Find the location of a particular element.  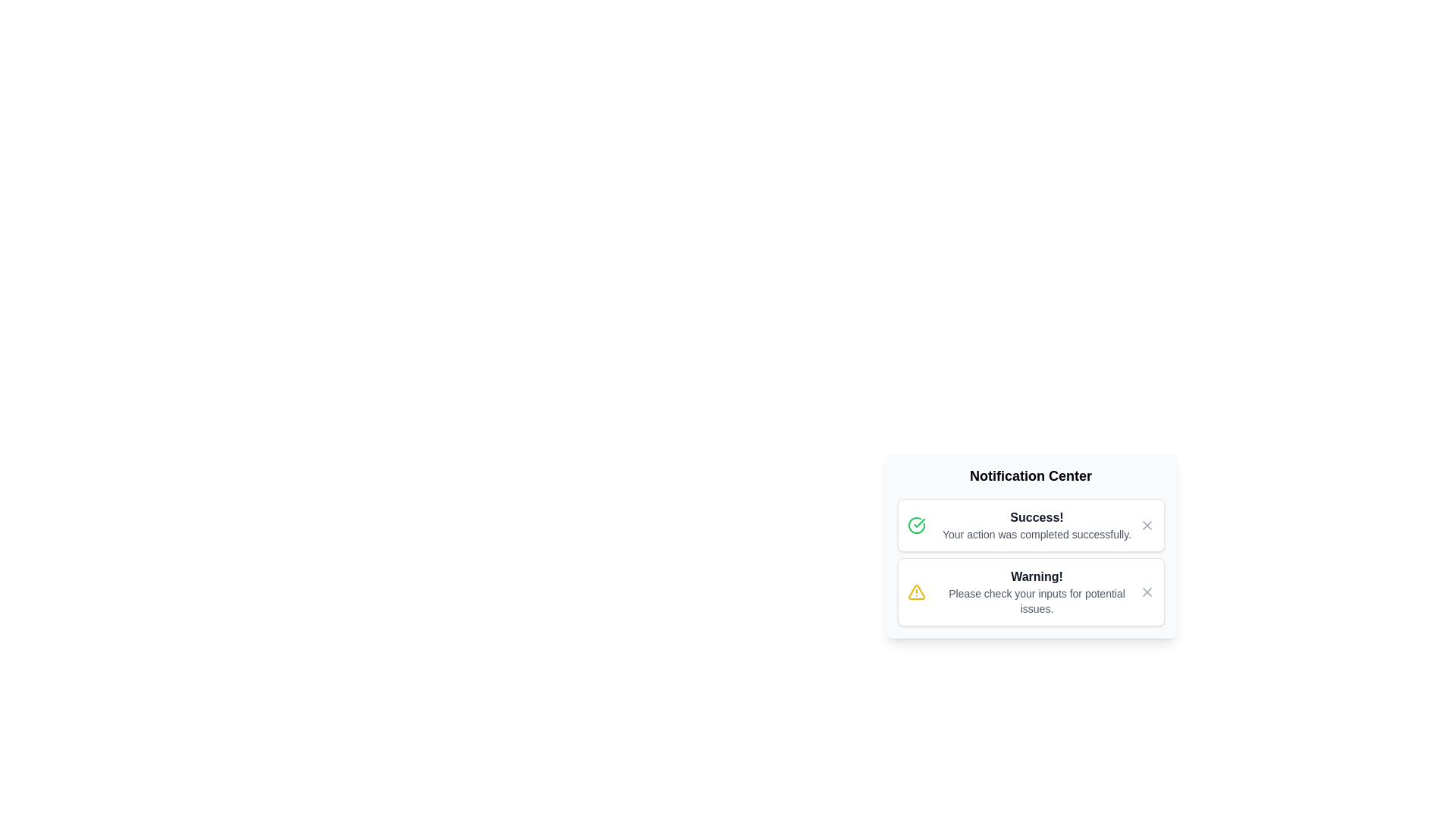

the 'Notification Center' heading and retrieve its text content is located at coordinates (1031, 475).